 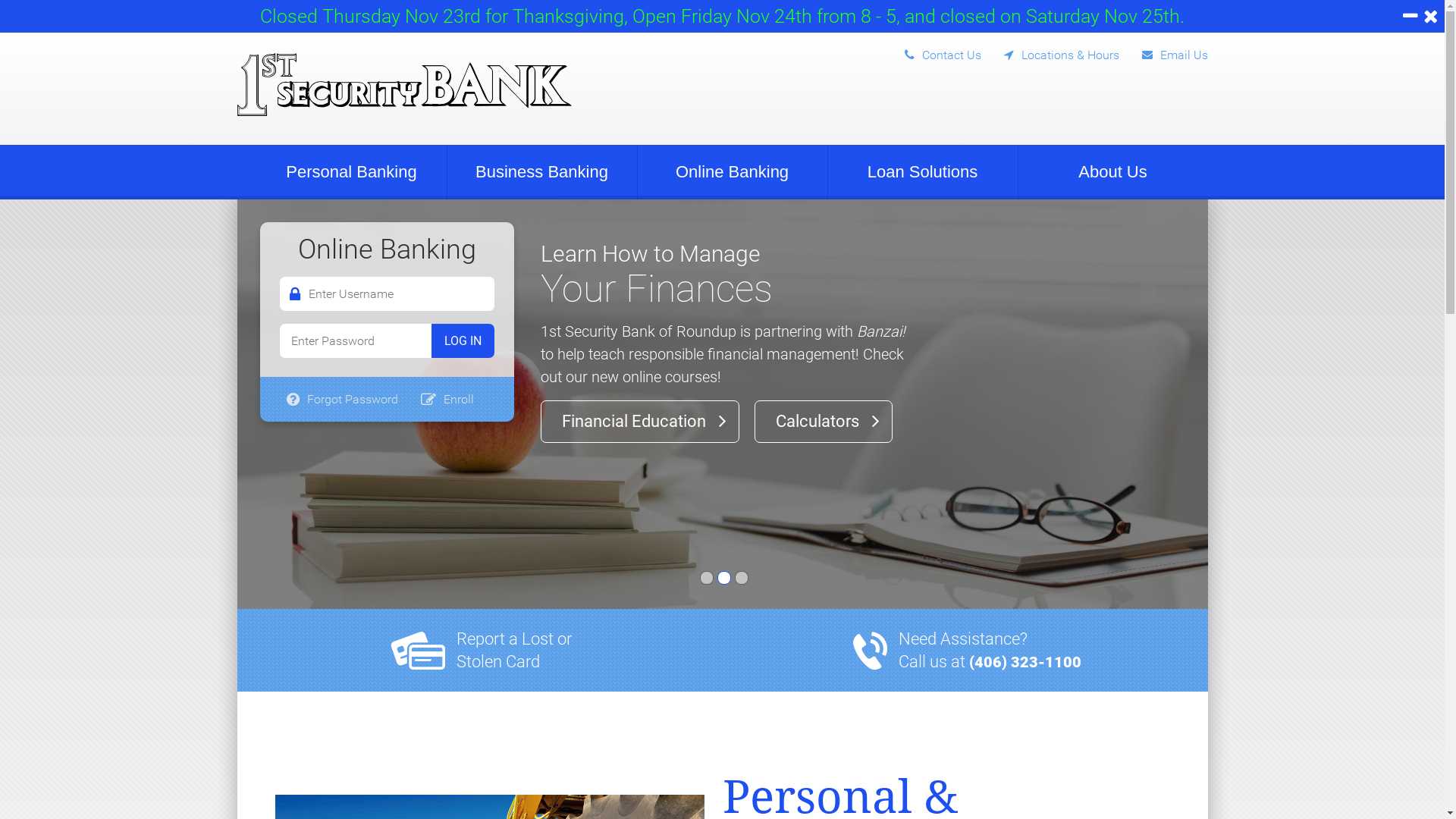 I want to click on 'Log In', so click(x=461, y=340).